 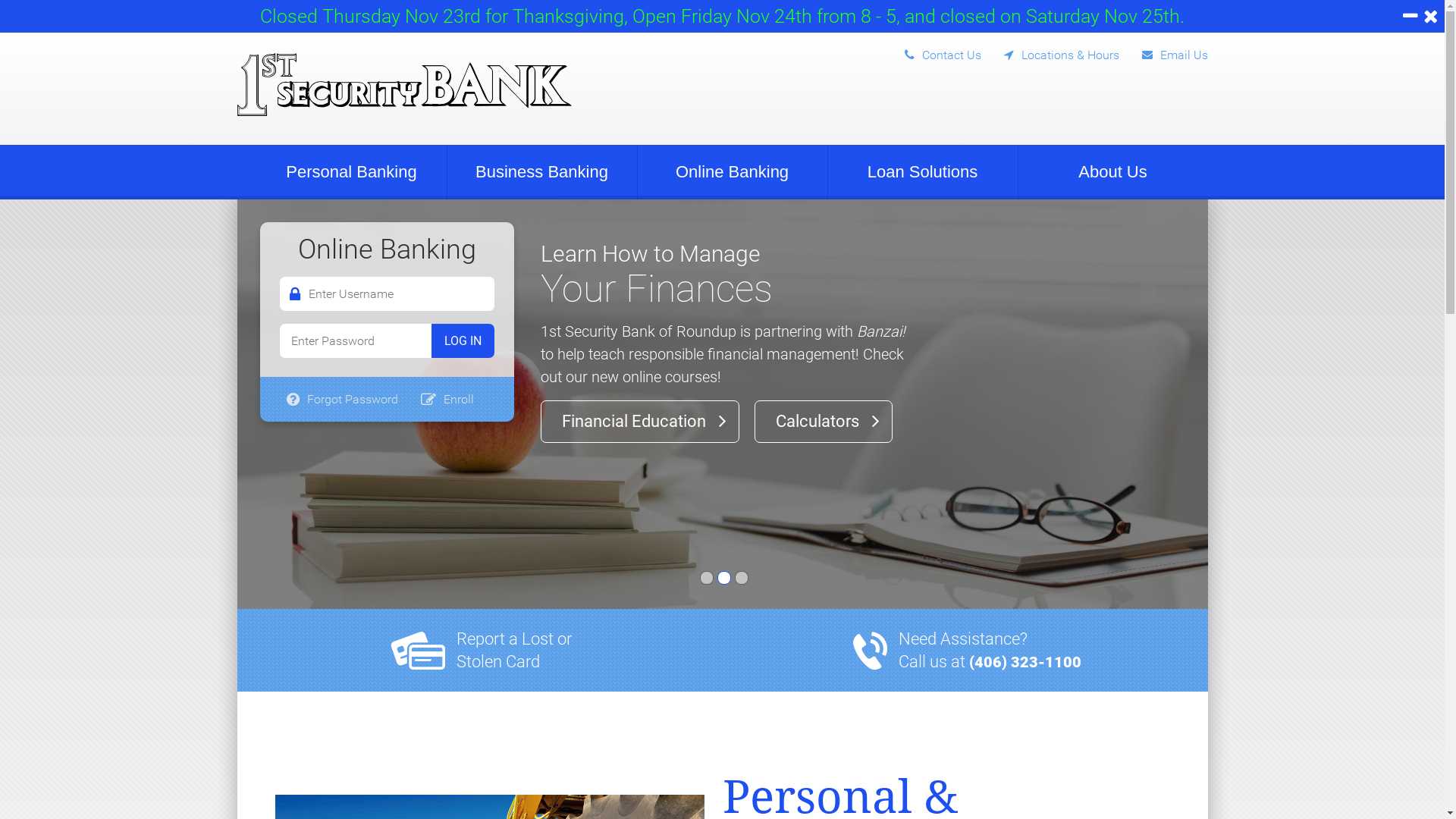 I want to click on 'Log In', so click(x=461, y=340).